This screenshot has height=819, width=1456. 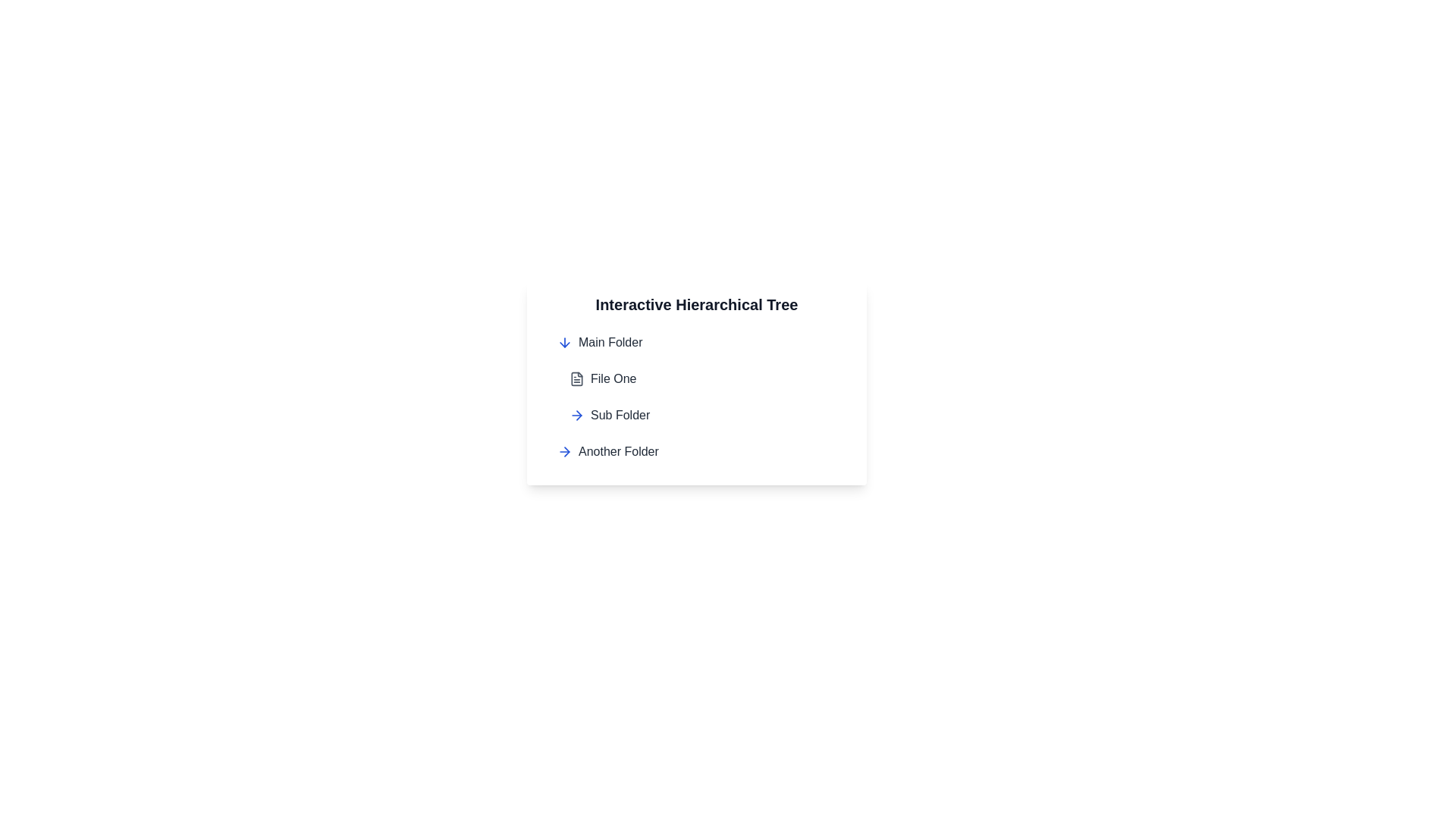 What do you see at coordinates (576, 378) in the screenshot?
I see `the 'File One' icon in the hierarchical tree structure, which is positioned below 'Main Folder' and above 'Sub Folder'` at bounding box center [576, 378].